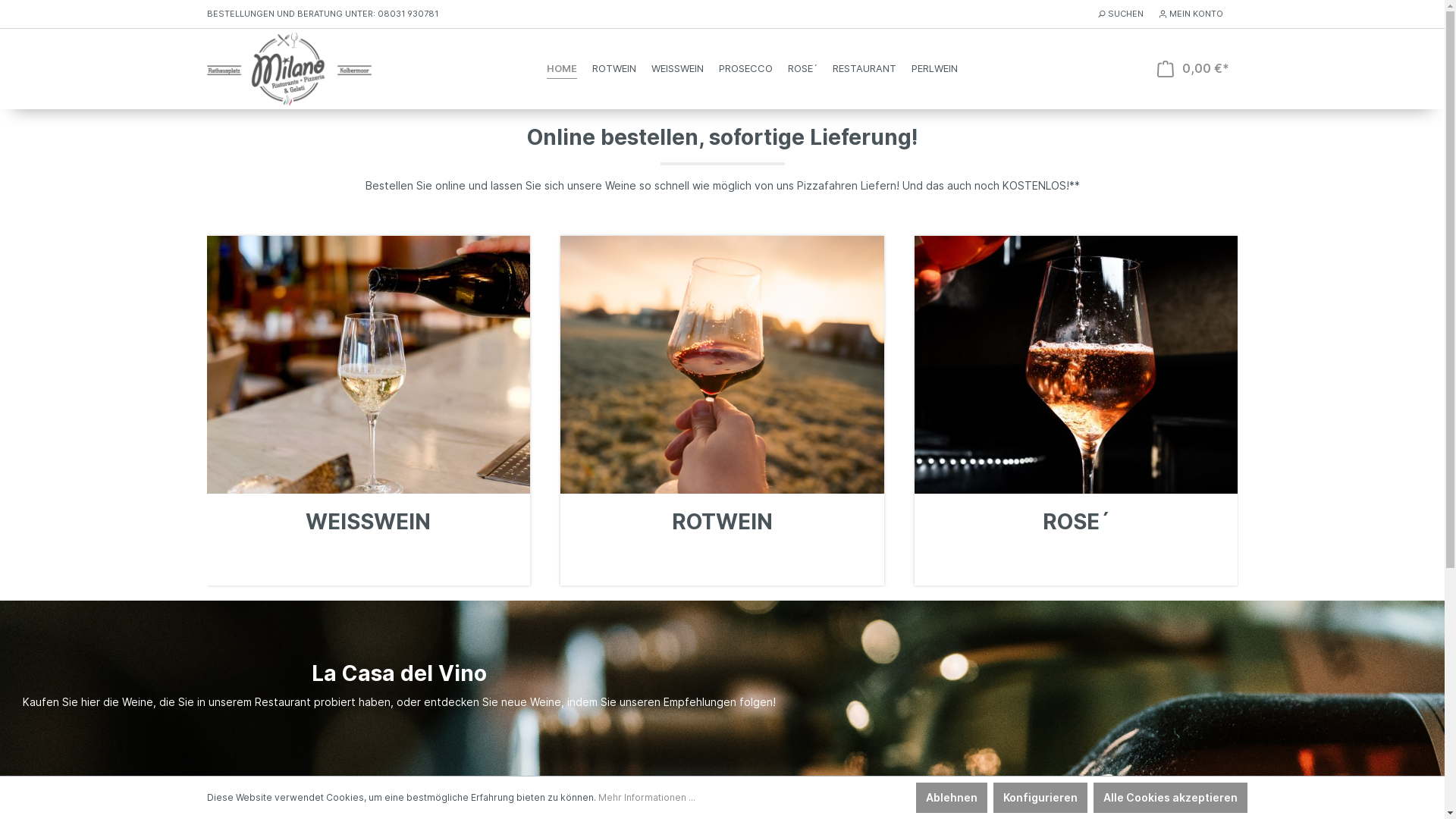  What do you see at coordinates (950, 797) in the screenshot?
I see `'Ablehnen'` at bounding box center [950, 797].